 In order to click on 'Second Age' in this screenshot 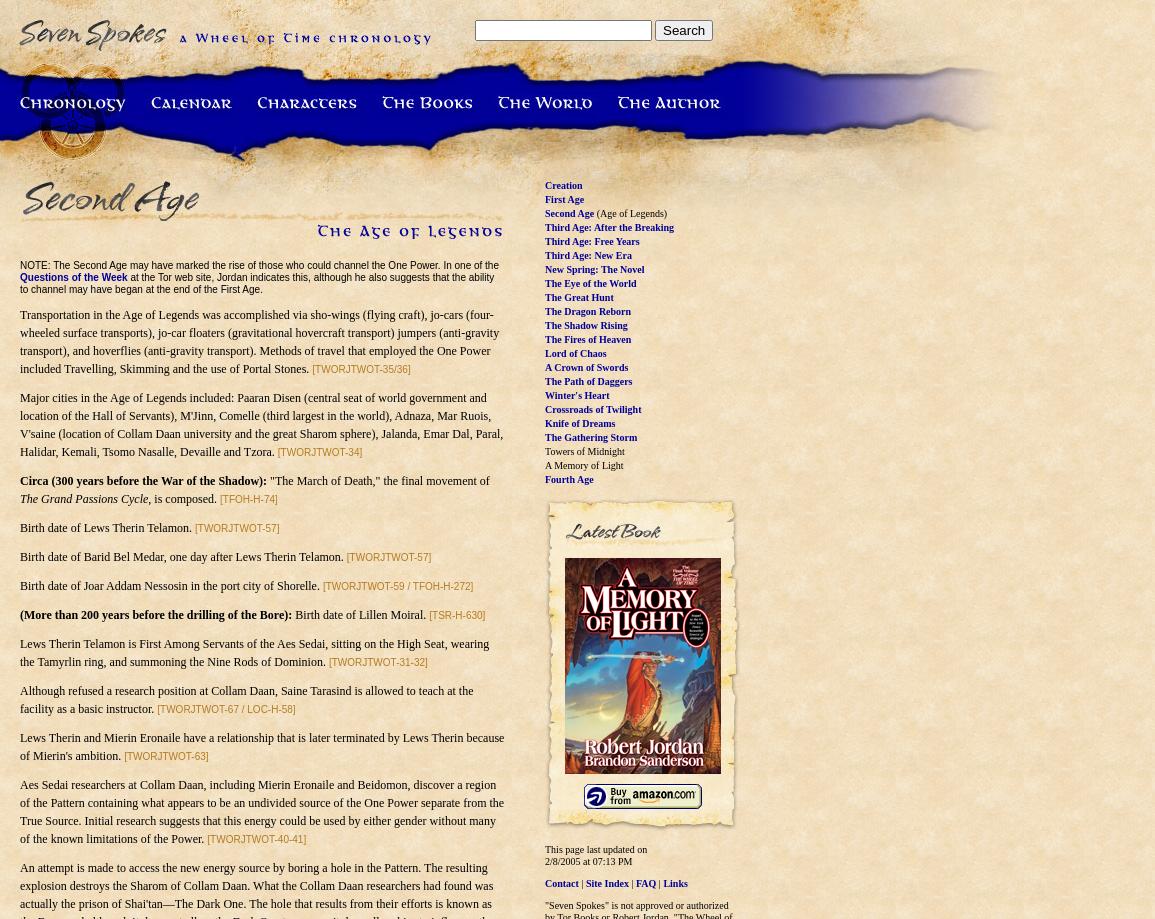, I will do `click(568, 213)`.